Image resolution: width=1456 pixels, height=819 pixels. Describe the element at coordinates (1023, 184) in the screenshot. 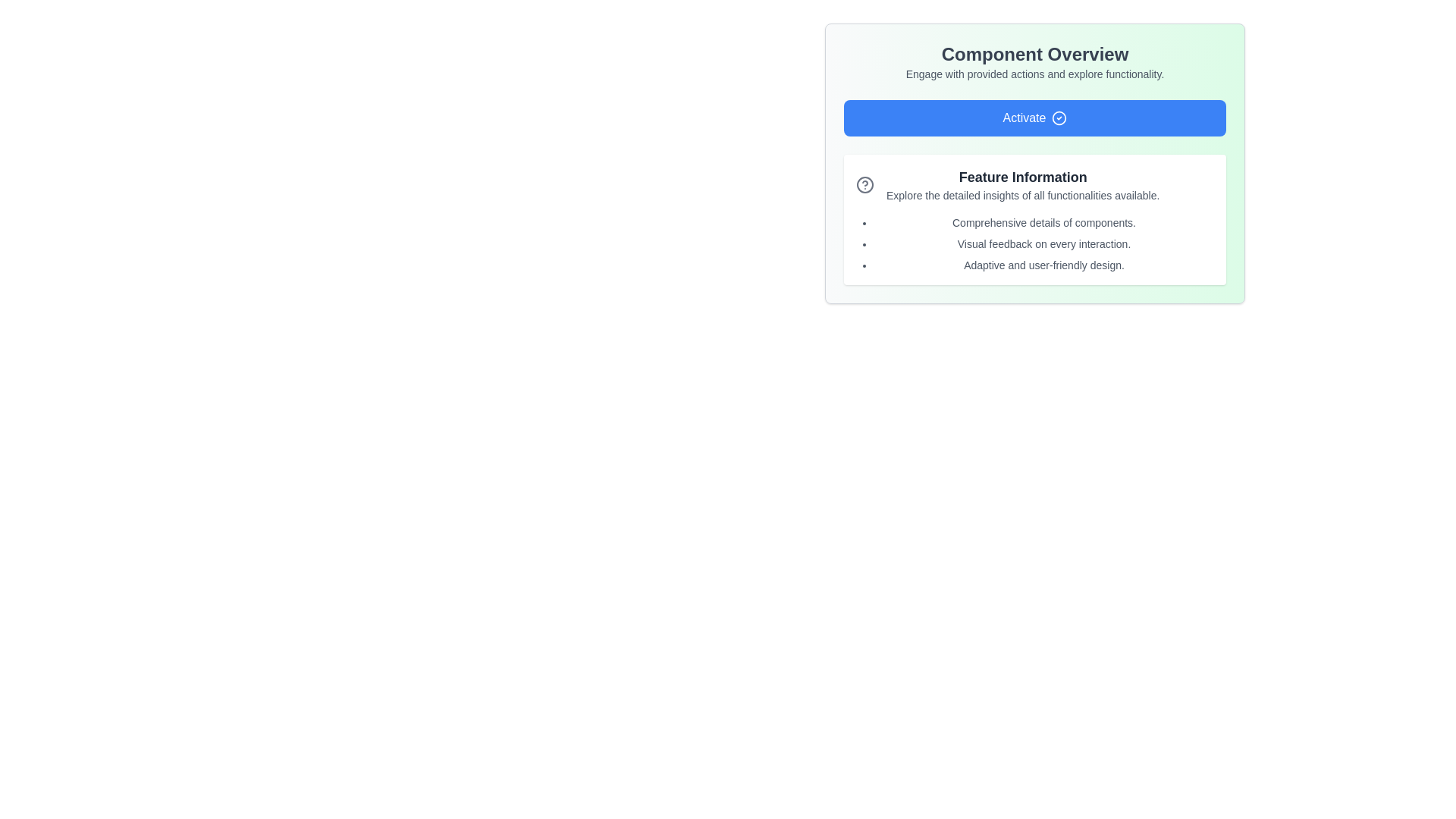

I see `the text block that serves as a header and description for the section within the 'Component Overview' card, positioned below the 'Activate' button and above the bullet points` at that location.